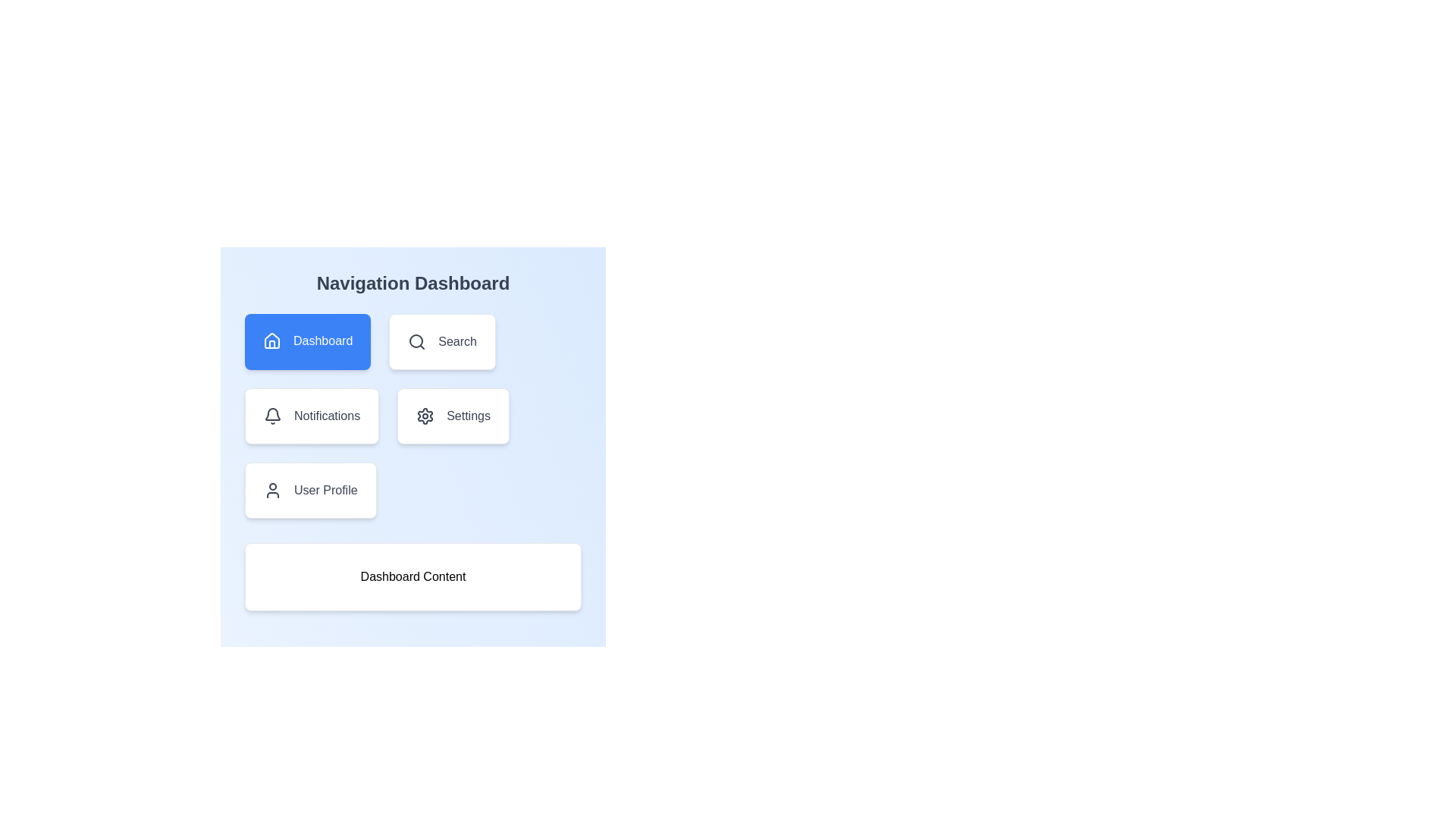 The image size is (1456, 819). What do you see at coordinates (307, 342) in the screenshot?
I see `the navigation button located in the top-left quadrant of the interface` at bounding box center [307, 342].